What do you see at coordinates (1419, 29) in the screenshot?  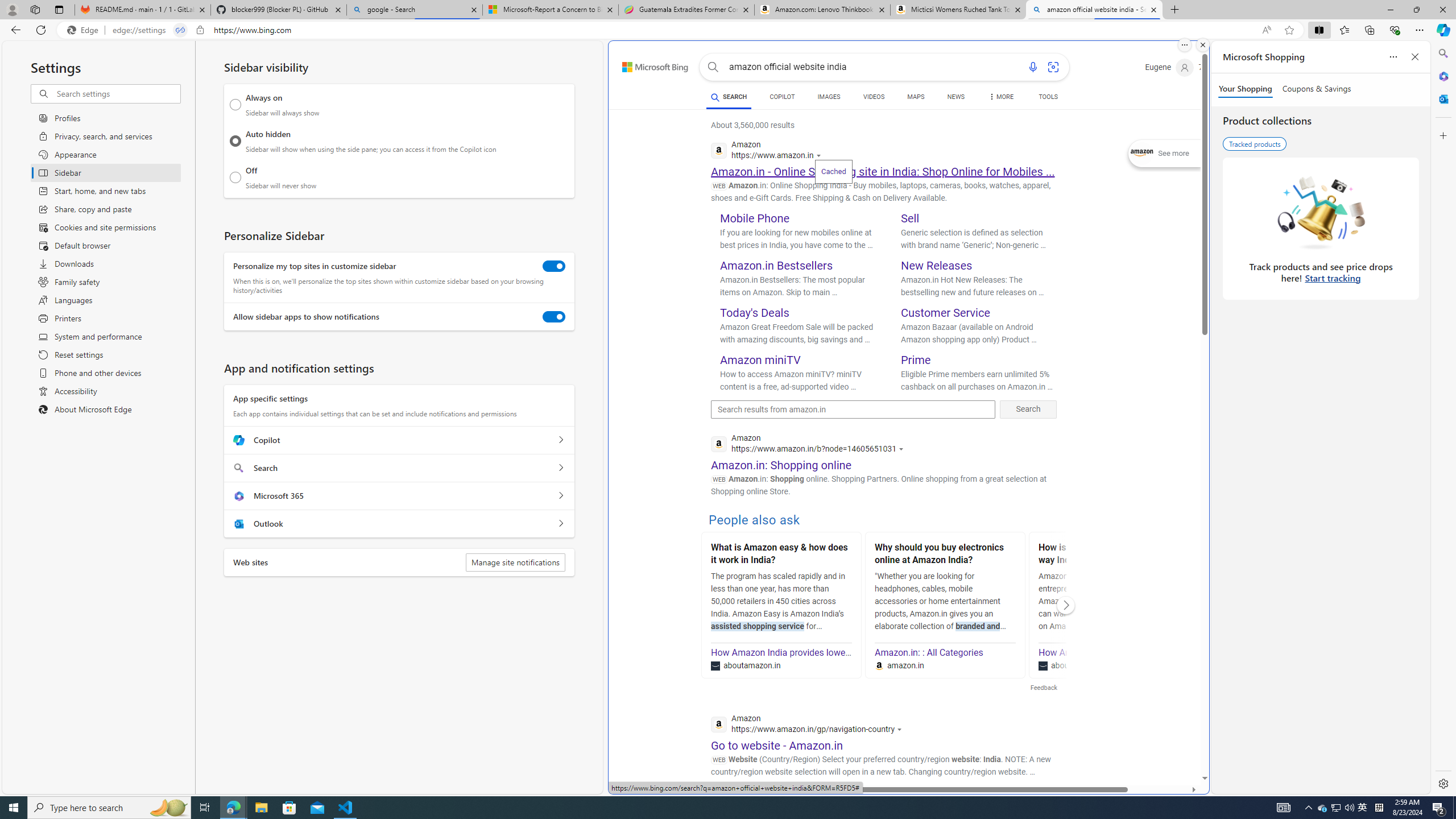 I see `'Settings and more (Alt+F)'` at bounding box center [1419, 29].